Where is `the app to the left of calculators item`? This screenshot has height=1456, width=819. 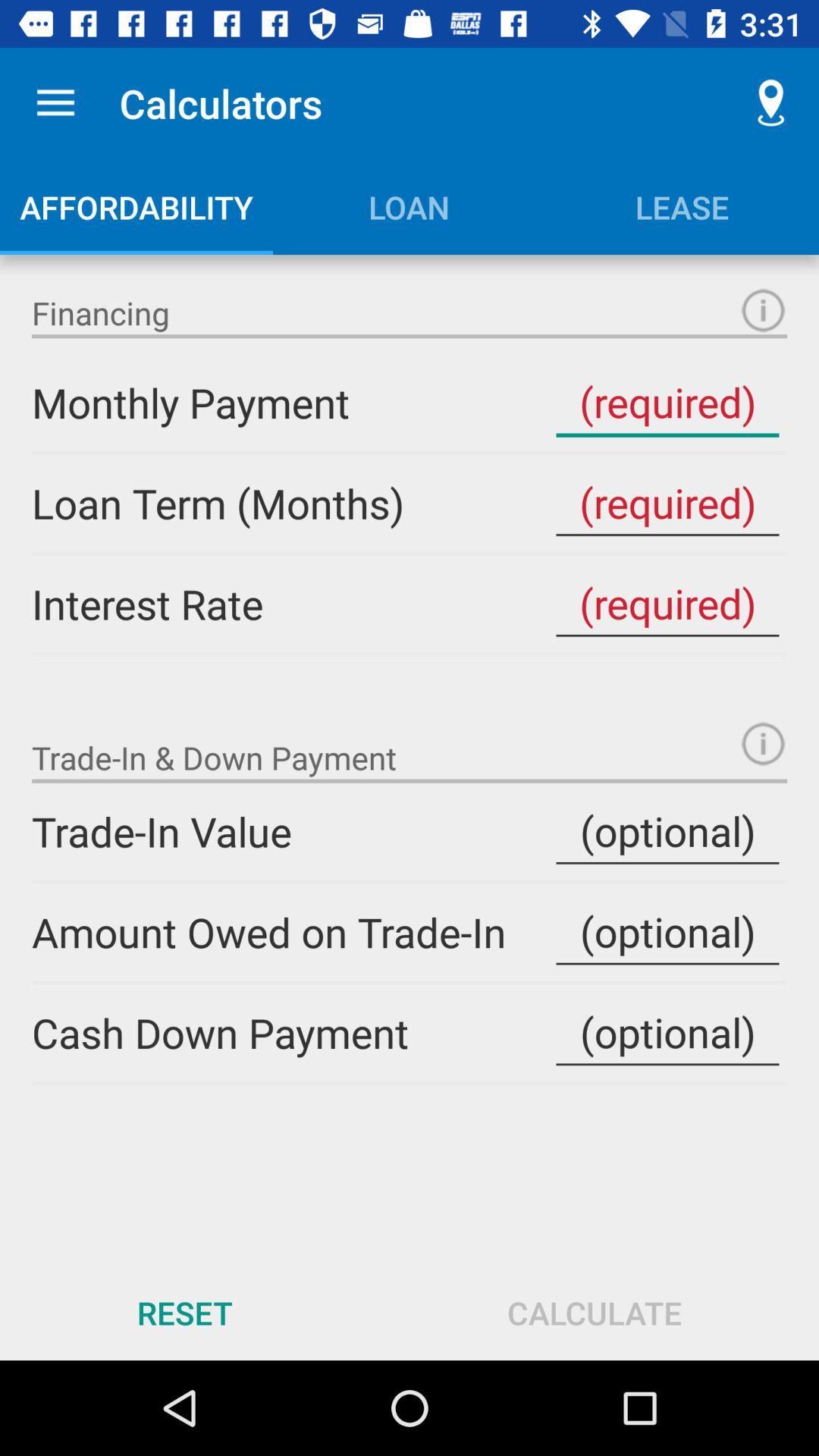
the app to the left of calculators item is located at coordinates (55, 102).